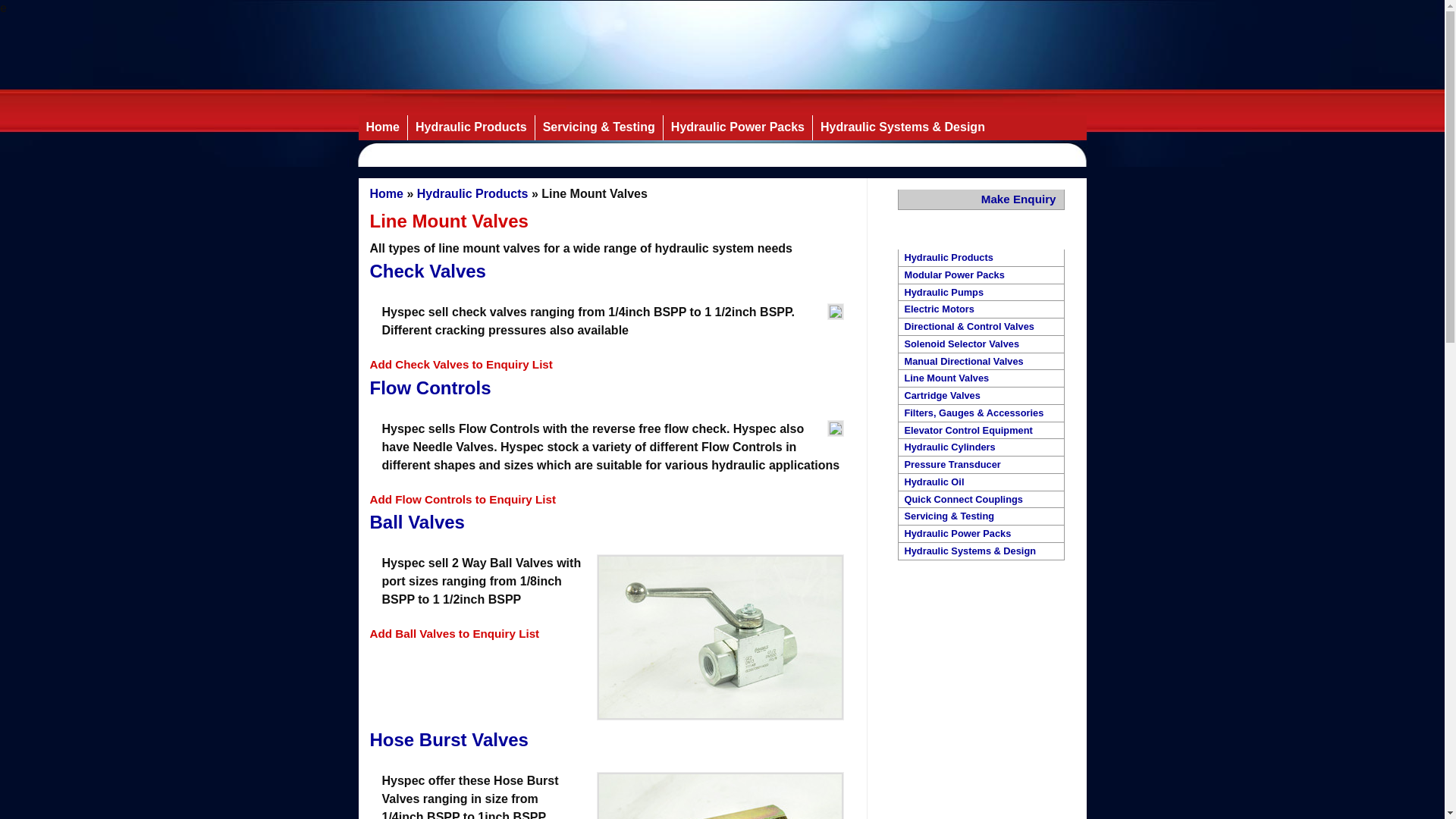  What do you see at coordinates (980, 362) in the screenshot?
I see `'Manual Directional Valves'` at bounding box center [980, 362].